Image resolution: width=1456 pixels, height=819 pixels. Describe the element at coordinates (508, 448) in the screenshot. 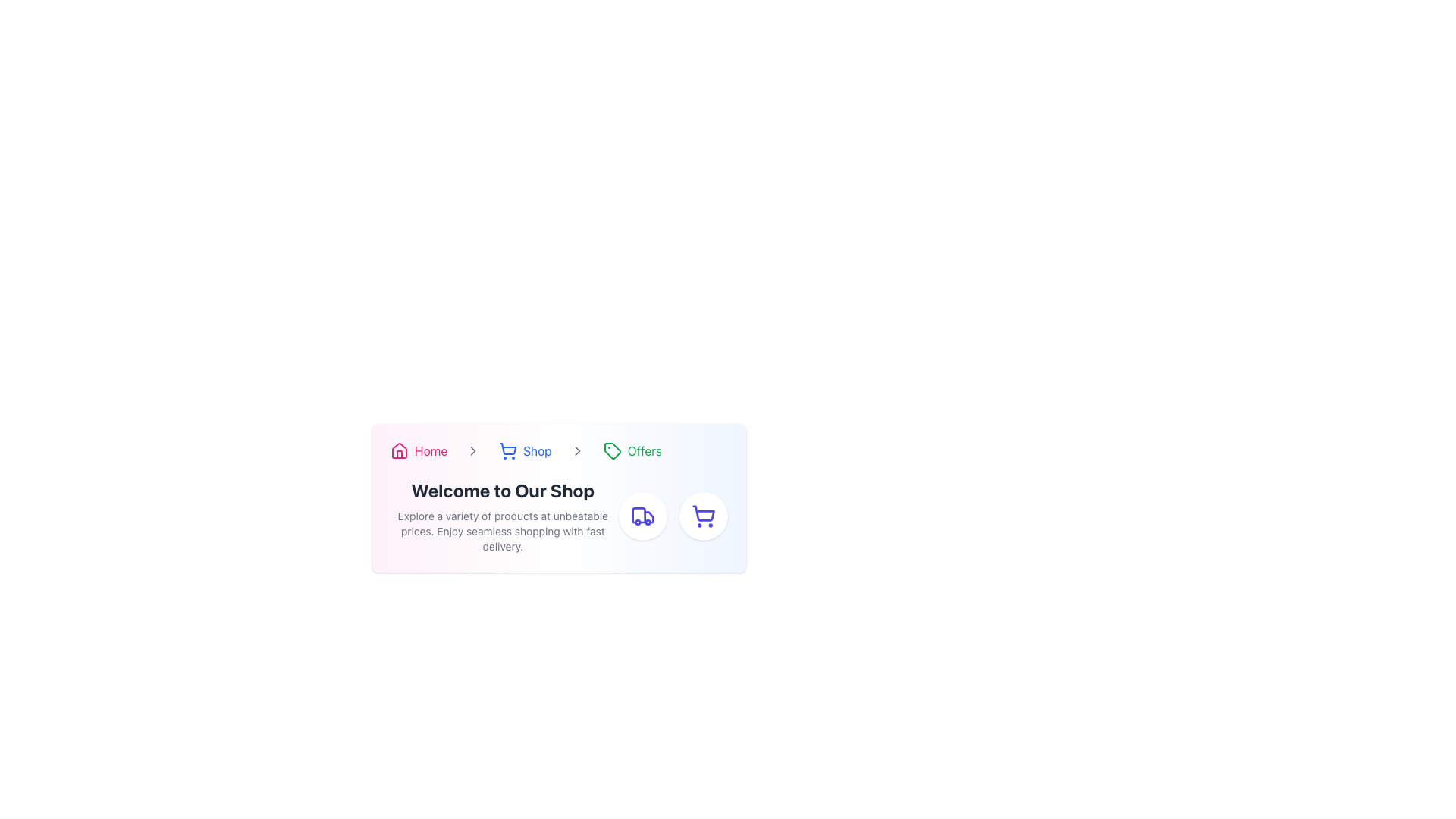

I see `the shopping cart icon, which is the second icon from the left in the breadcrumb trail at the top middle of the card-like interface` at that location.